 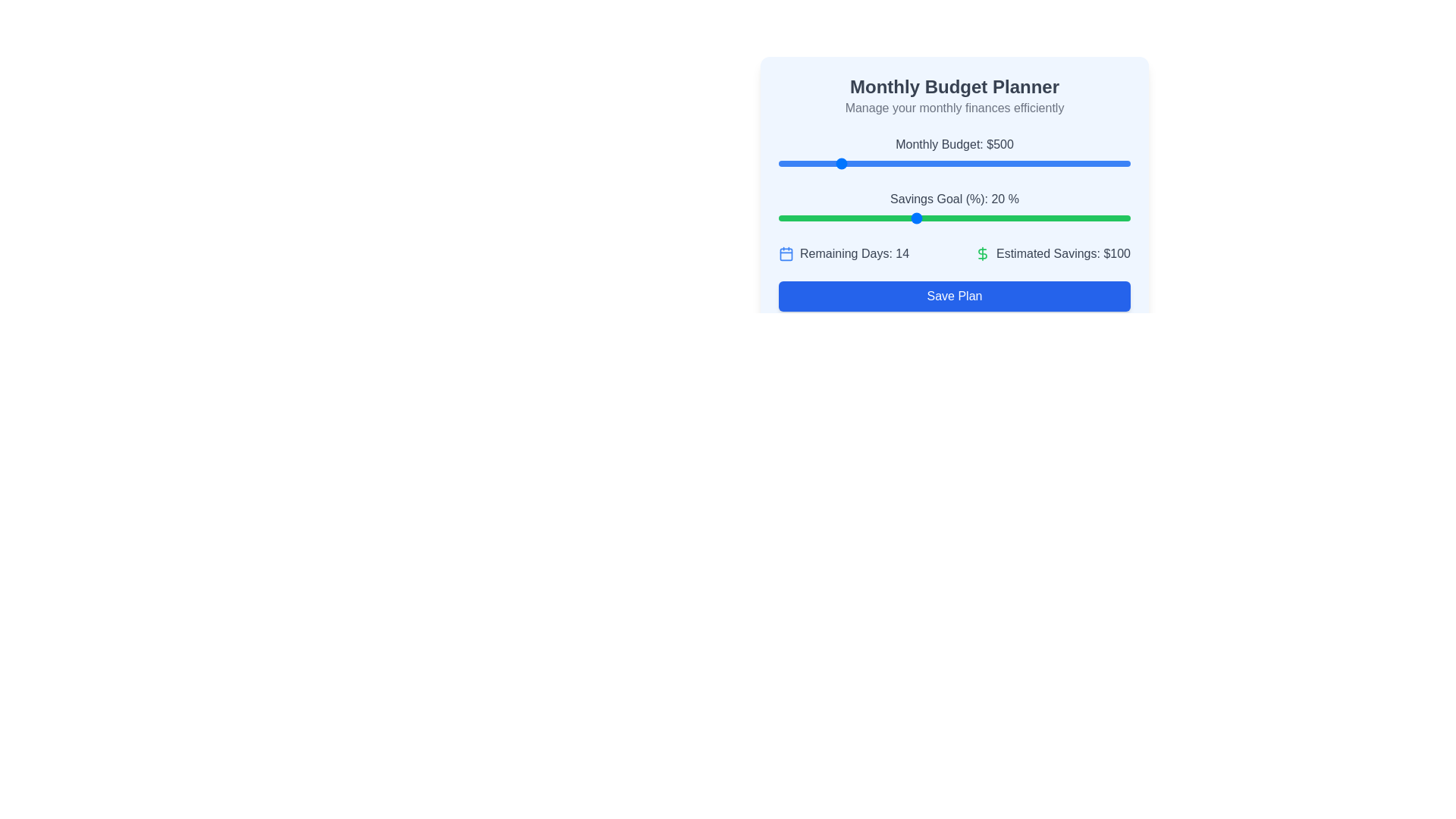 What do you see at coordinates (900, 218) in the screenshot?
I see `the Savings Goal (%)` at bounding box center [900, 218].